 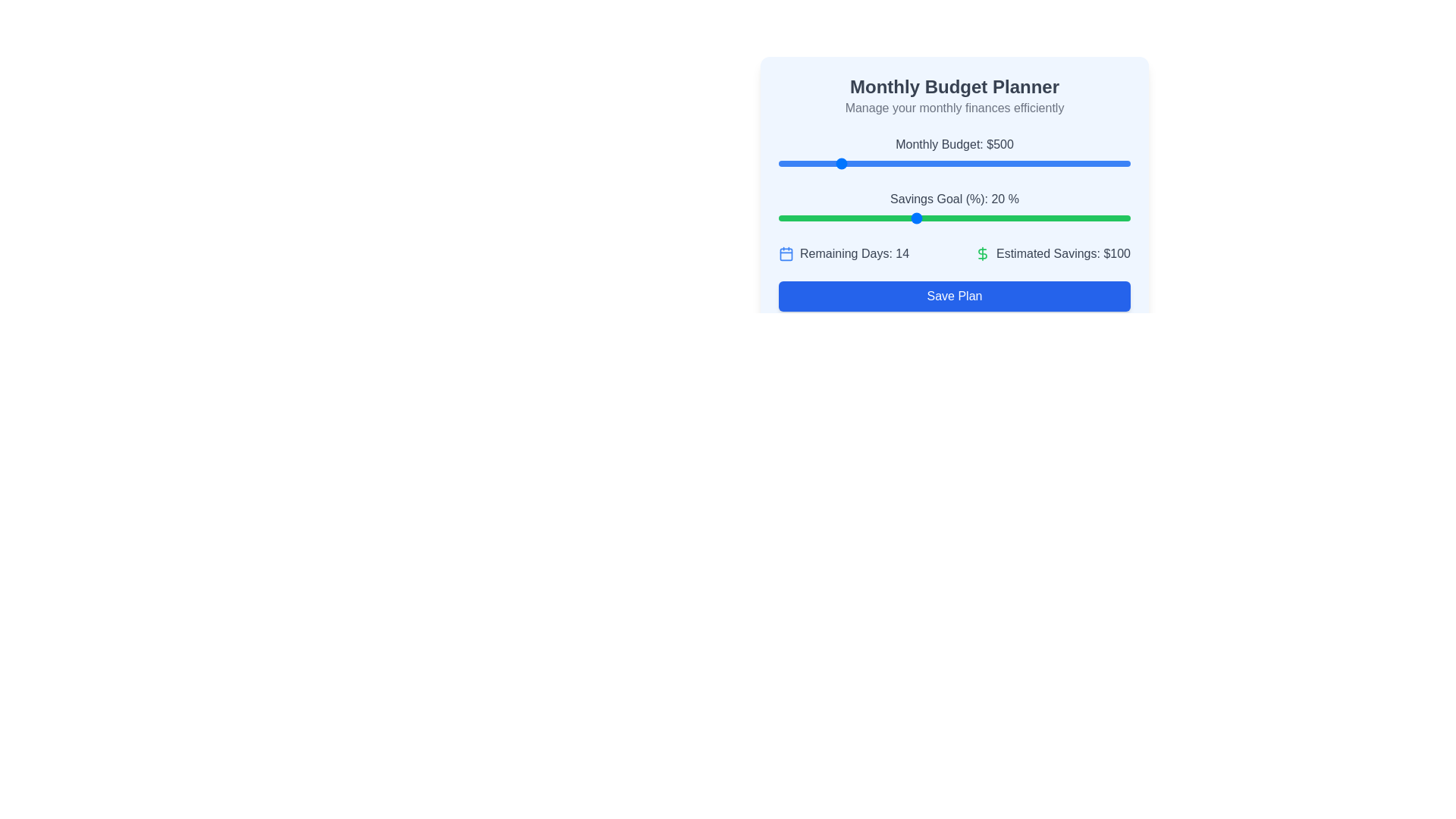 What do you see at coordinates (900, 218) in the screenshot?
I see `the Savings Goal (%)` at bounding box center [900, 218].